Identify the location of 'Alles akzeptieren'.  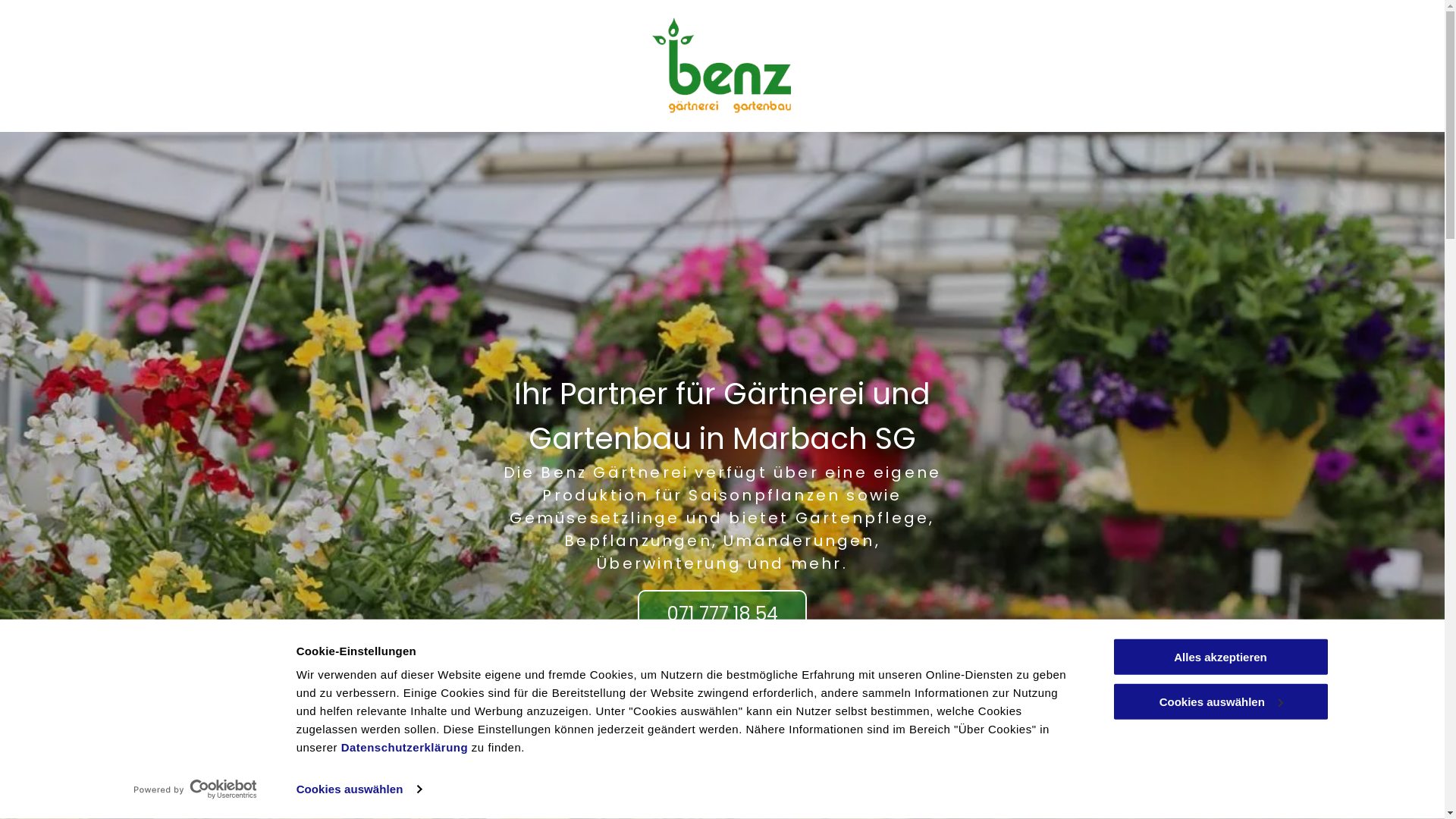
(1219, 656).